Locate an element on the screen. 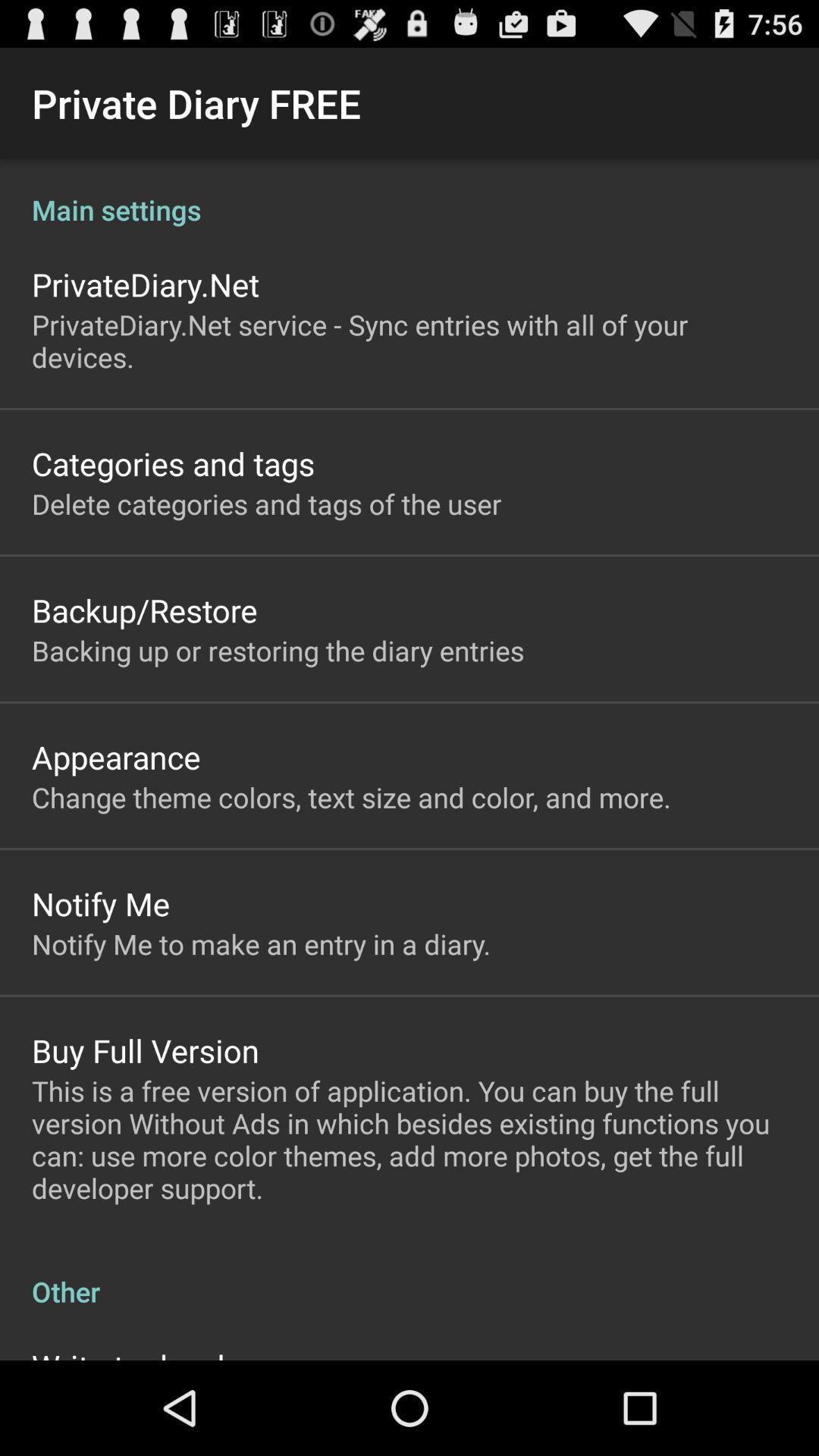  app above other app is located at coordinates (409, 1139).